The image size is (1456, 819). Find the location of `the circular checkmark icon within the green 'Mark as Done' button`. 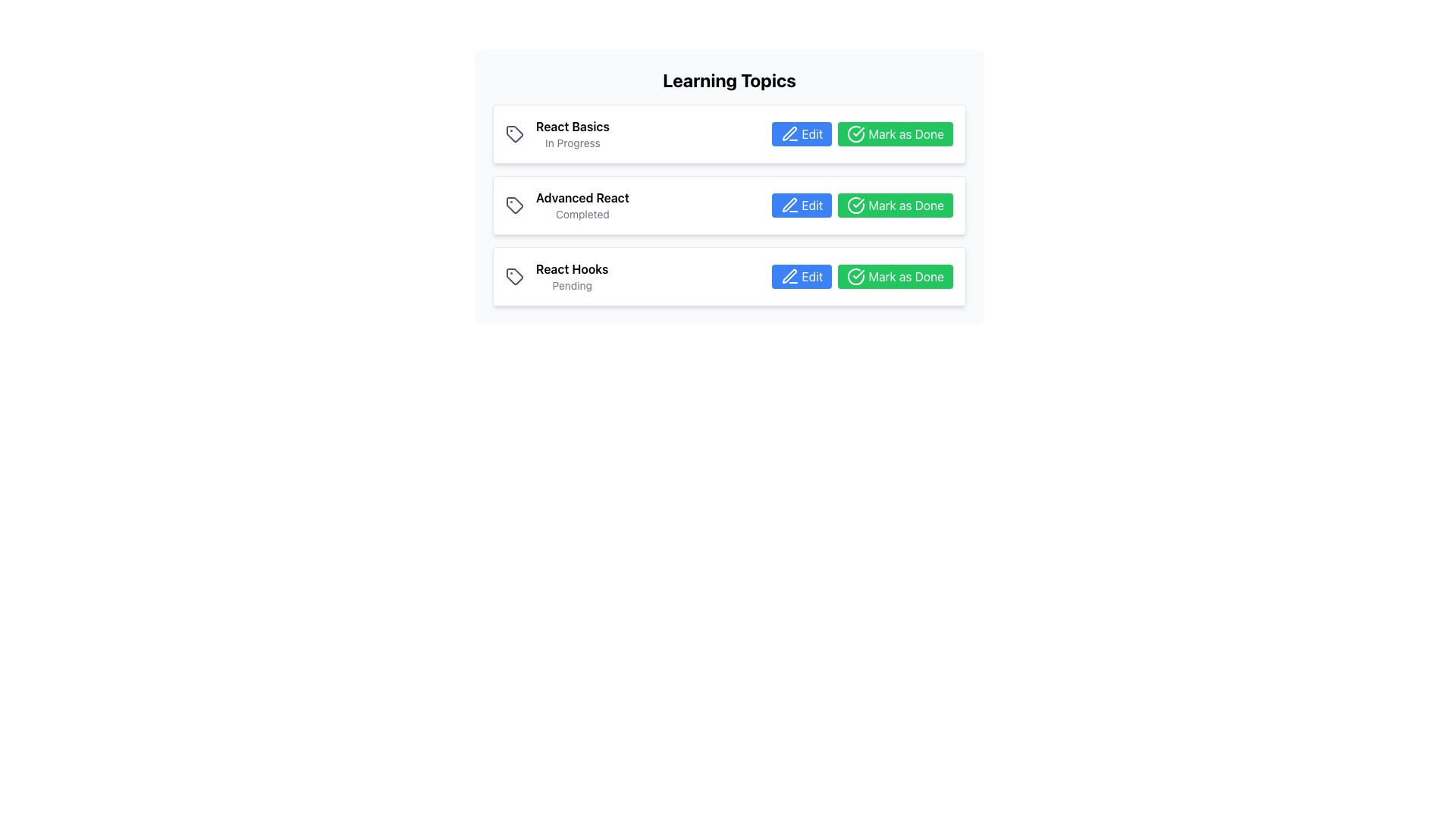

the circular checkmark icon within the green 'Mark as Done' button is located at coordinates (856, 205).